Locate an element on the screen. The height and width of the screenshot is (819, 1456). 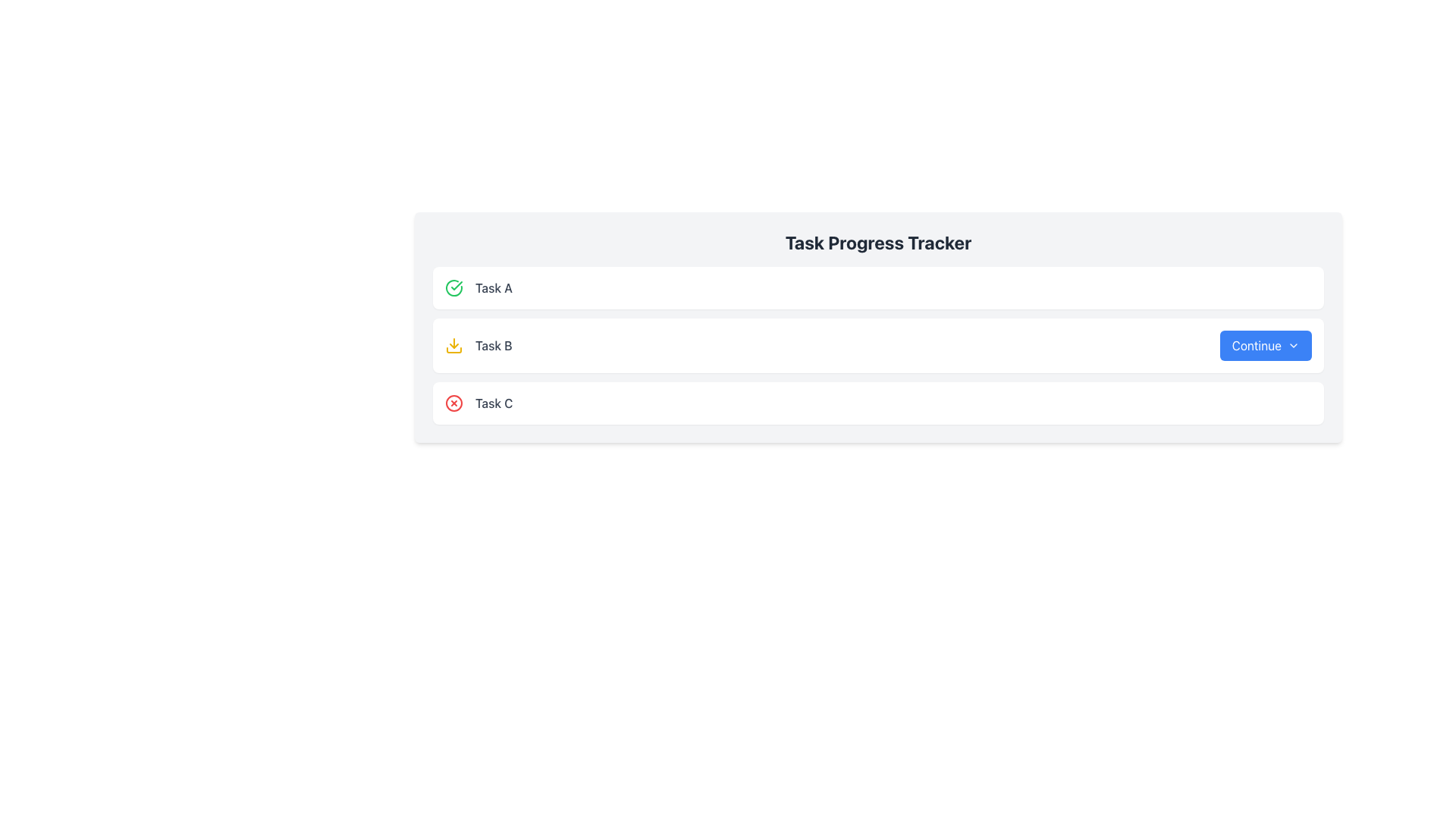
the 'Task B' label, which is styled in gray and positioned to the right of a download icon in the second row of the layout is located at coordinates (494, 345).